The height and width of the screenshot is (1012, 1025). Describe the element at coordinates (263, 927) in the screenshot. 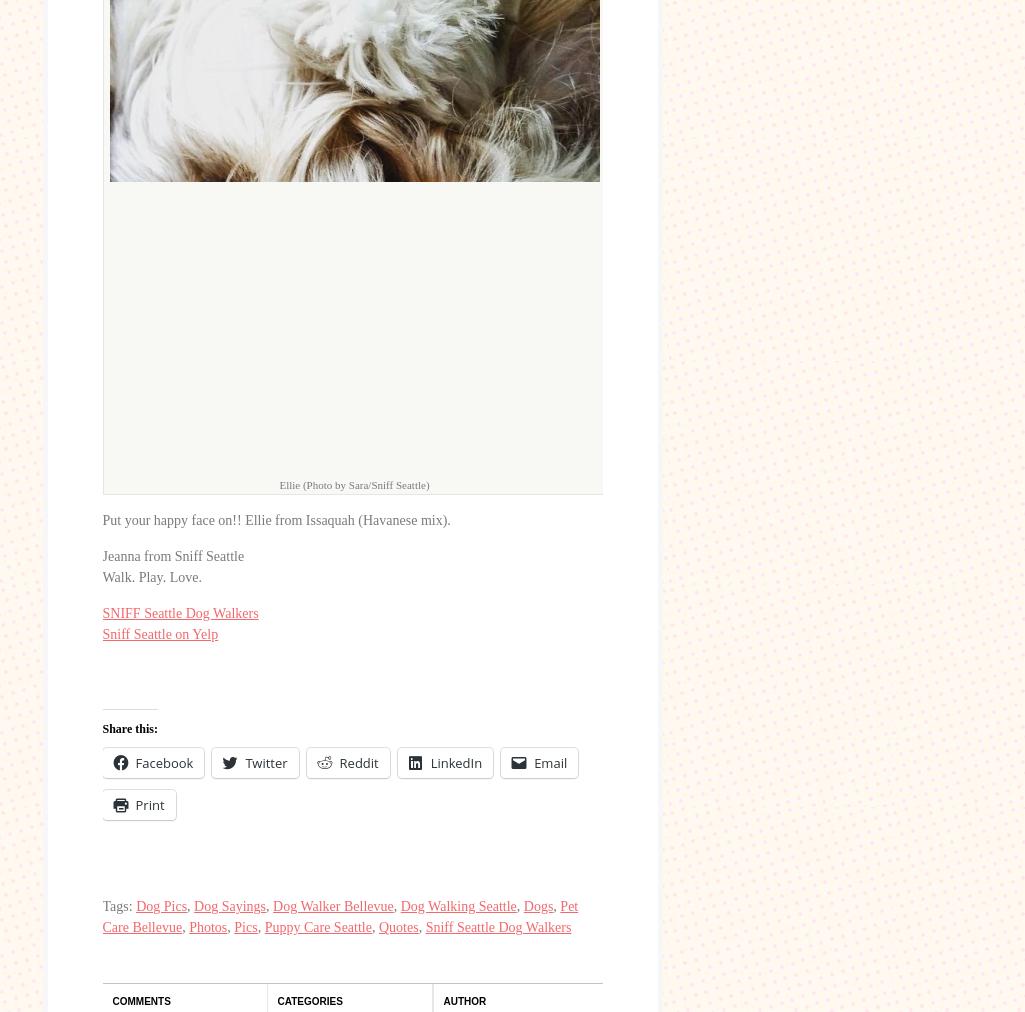

I see `'Puppy Care Seattle'` at that location.